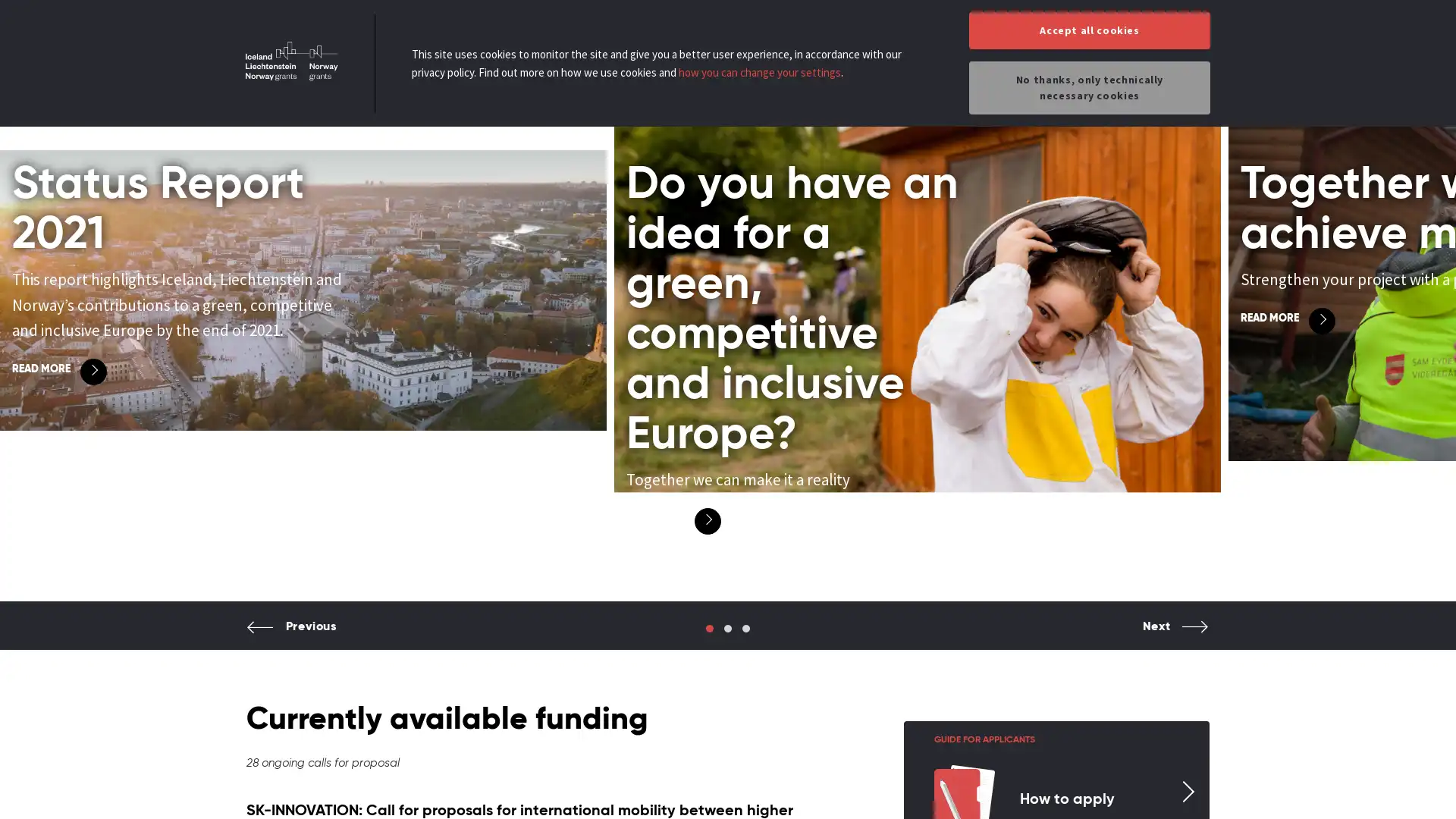 This screenshot has width=1456, height=819. I want to click on Accept all cookies, so click(1088, 30).